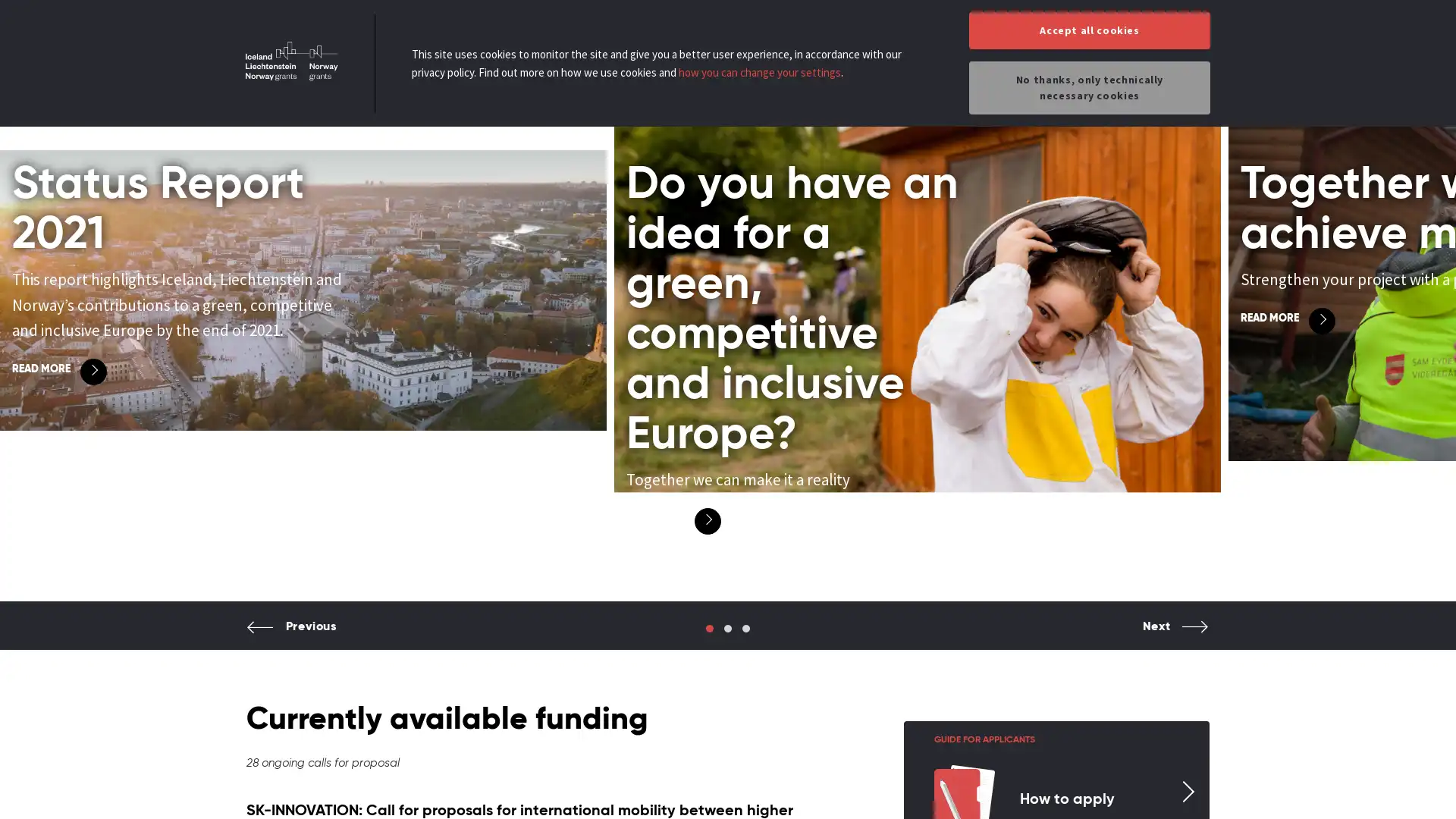 This screenshot has width=1456, height=819. I want to click on Accept all cookies, so click(1088, 30).